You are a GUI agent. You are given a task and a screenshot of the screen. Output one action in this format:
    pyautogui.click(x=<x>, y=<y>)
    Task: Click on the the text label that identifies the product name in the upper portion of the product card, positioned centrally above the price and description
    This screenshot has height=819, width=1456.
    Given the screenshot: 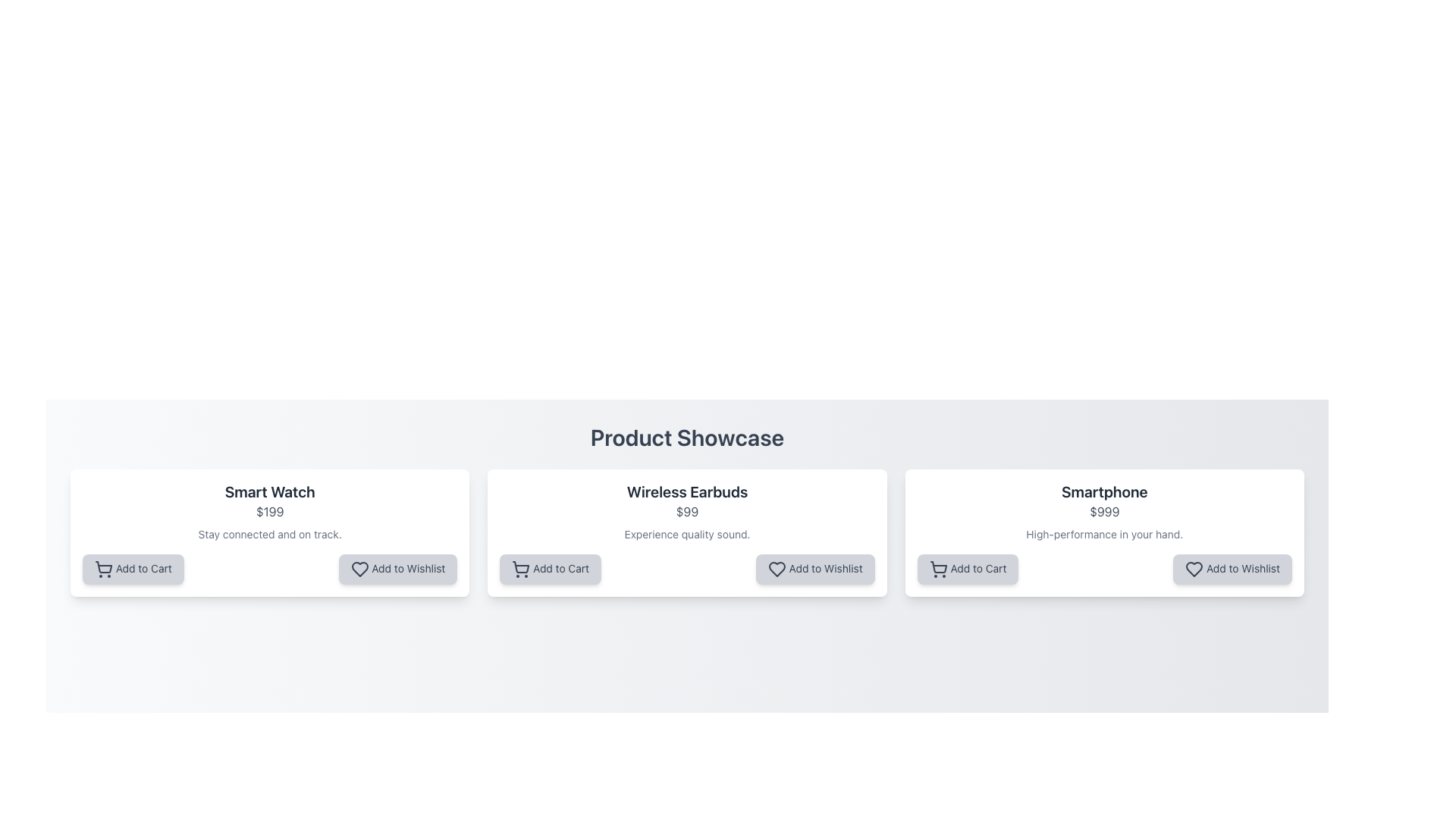 What is the action you would take?
    pyautogui.click(x=270, y=491)
    